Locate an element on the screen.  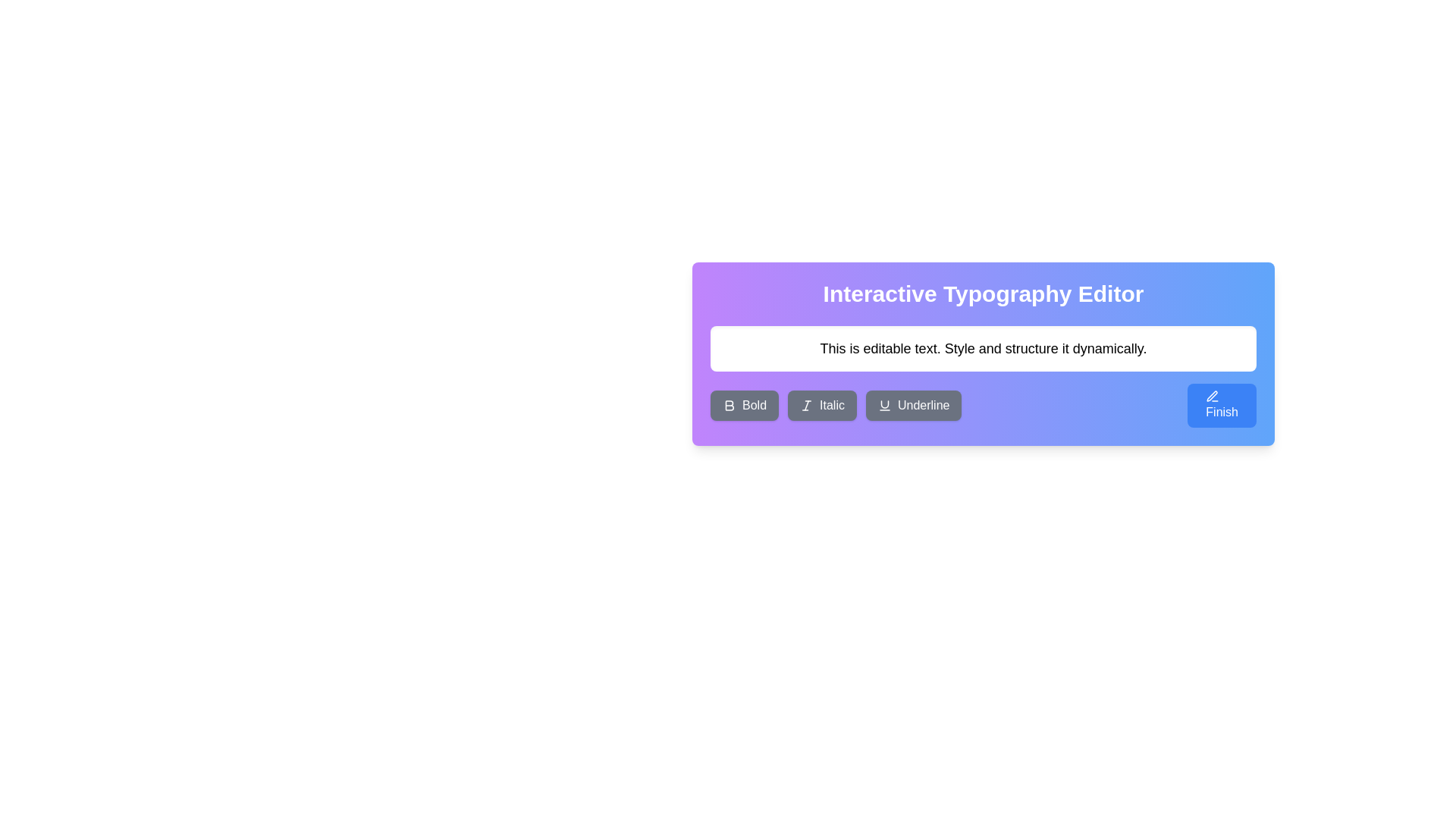
the italic styling button located centrally in the button group that applies italic styling to selected text when clicked is located at coordinates (821, 405).